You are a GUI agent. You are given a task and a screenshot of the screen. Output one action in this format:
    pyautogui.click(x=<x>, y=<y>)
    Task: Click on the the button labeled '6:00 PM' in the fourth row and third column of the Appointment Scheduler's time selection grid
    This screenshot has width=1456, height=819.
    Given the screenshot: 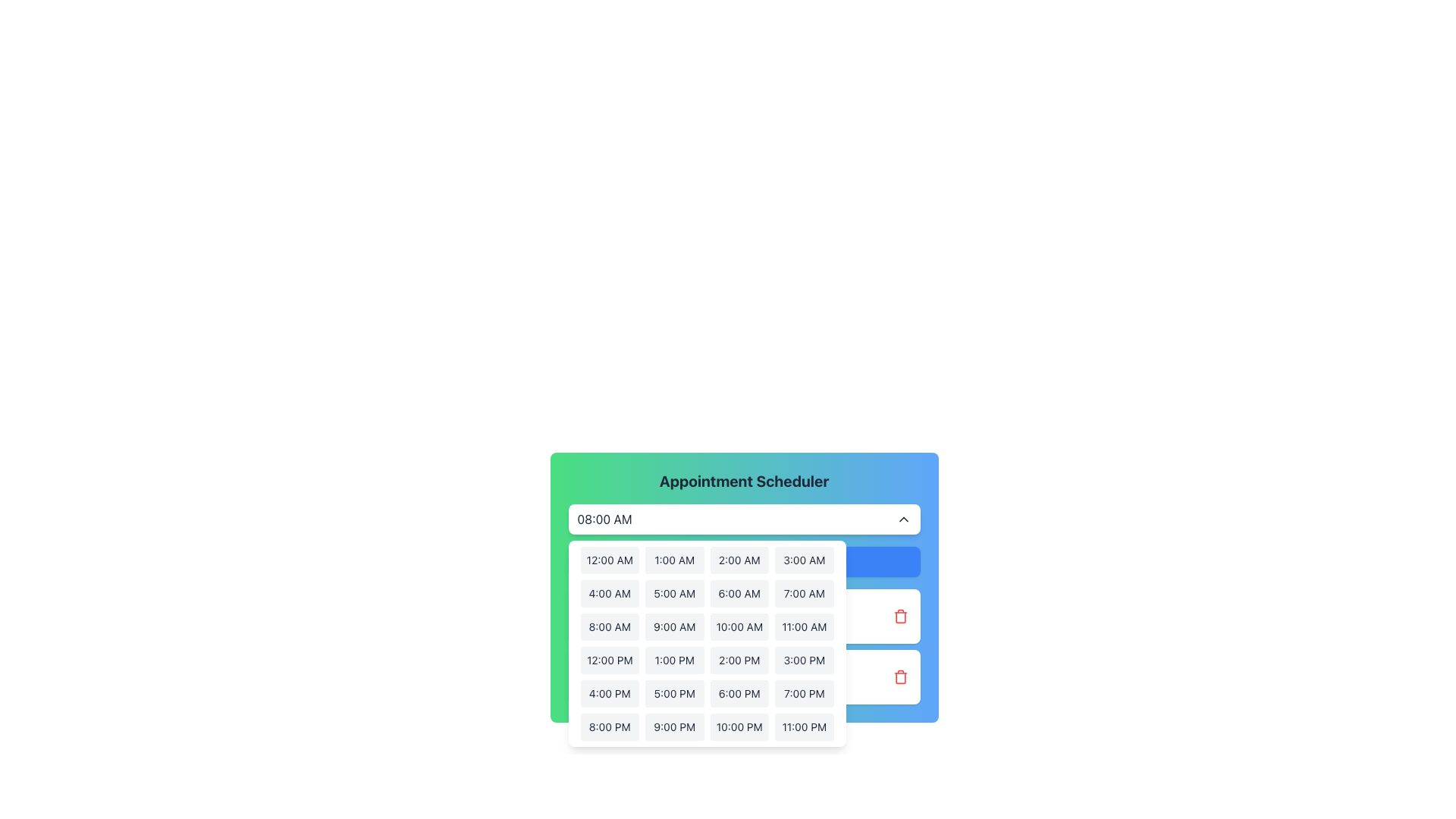 What is the action you would take?
    pyautogui.click(x=739, y=693)
    